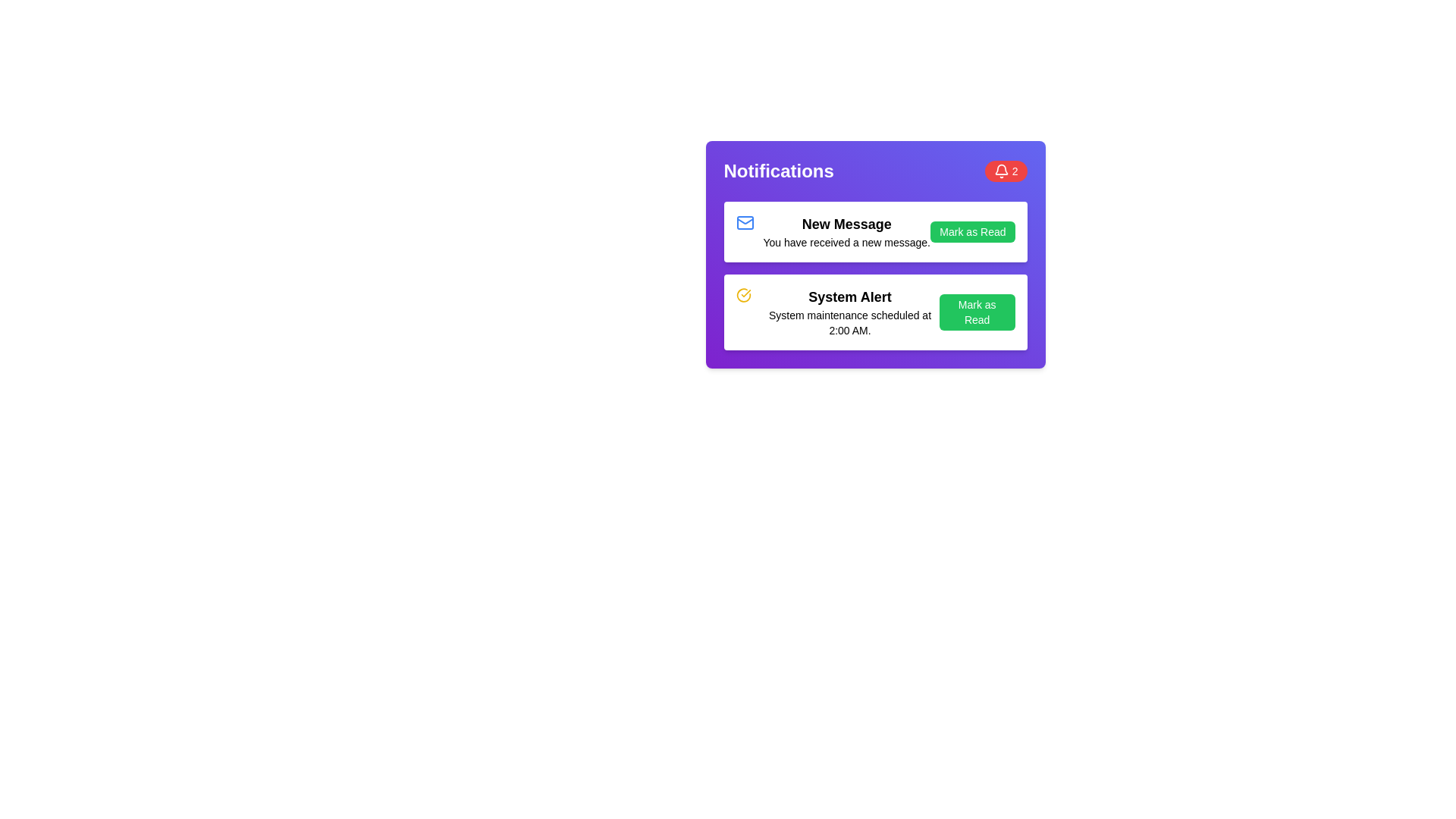 The width and height of the screenshot is (1456, 819). Describe the element at coordinates (745, 293) in the screenshot. I see `the status of the checkmark icon styled in yellow within the circular outline, which is part of the SVG graphic located beside the 'System Alert' notification message` at that location.